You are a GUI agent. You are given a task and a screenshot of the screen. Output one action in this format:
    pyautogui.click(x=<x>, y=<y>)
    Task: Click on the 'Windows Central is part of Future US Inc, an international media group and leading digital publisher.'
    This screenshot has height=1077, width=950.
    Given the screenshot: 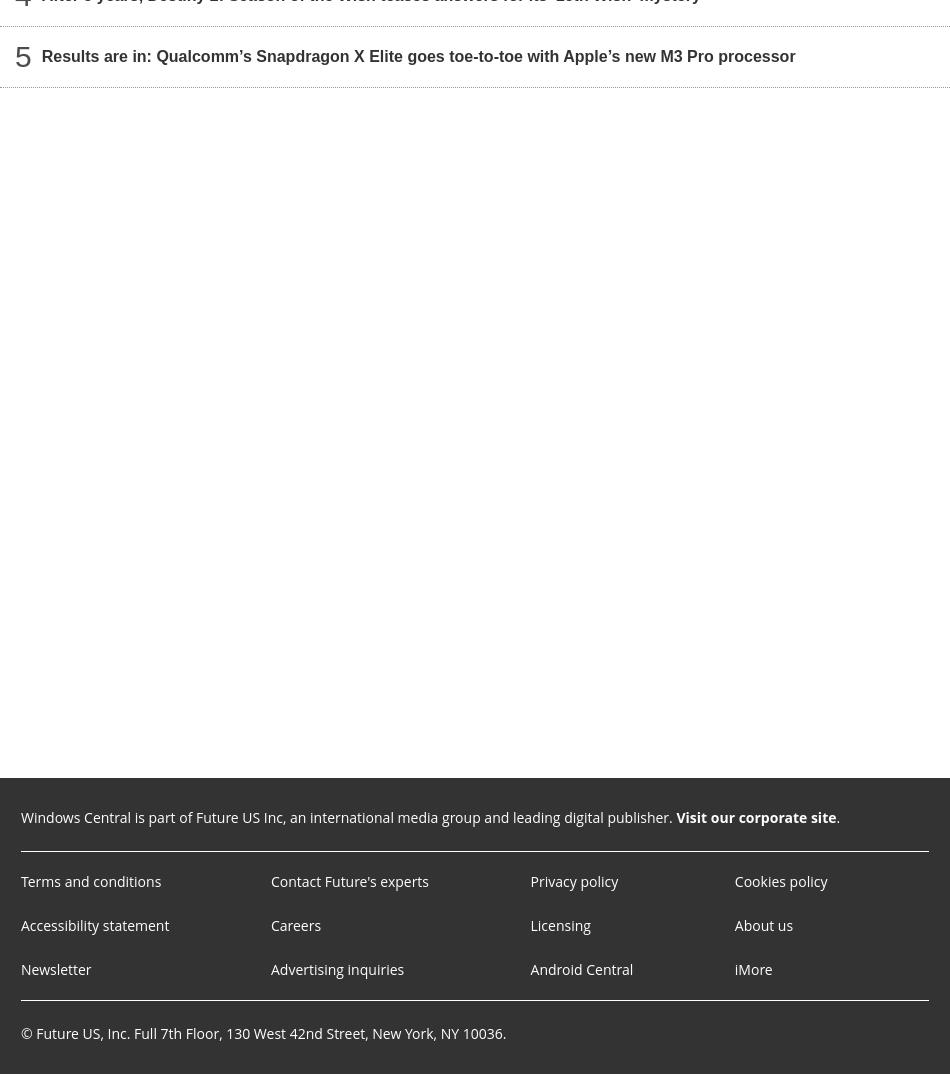 What is the action you would take?
    pyautogui.click(x=347, y=817)
    